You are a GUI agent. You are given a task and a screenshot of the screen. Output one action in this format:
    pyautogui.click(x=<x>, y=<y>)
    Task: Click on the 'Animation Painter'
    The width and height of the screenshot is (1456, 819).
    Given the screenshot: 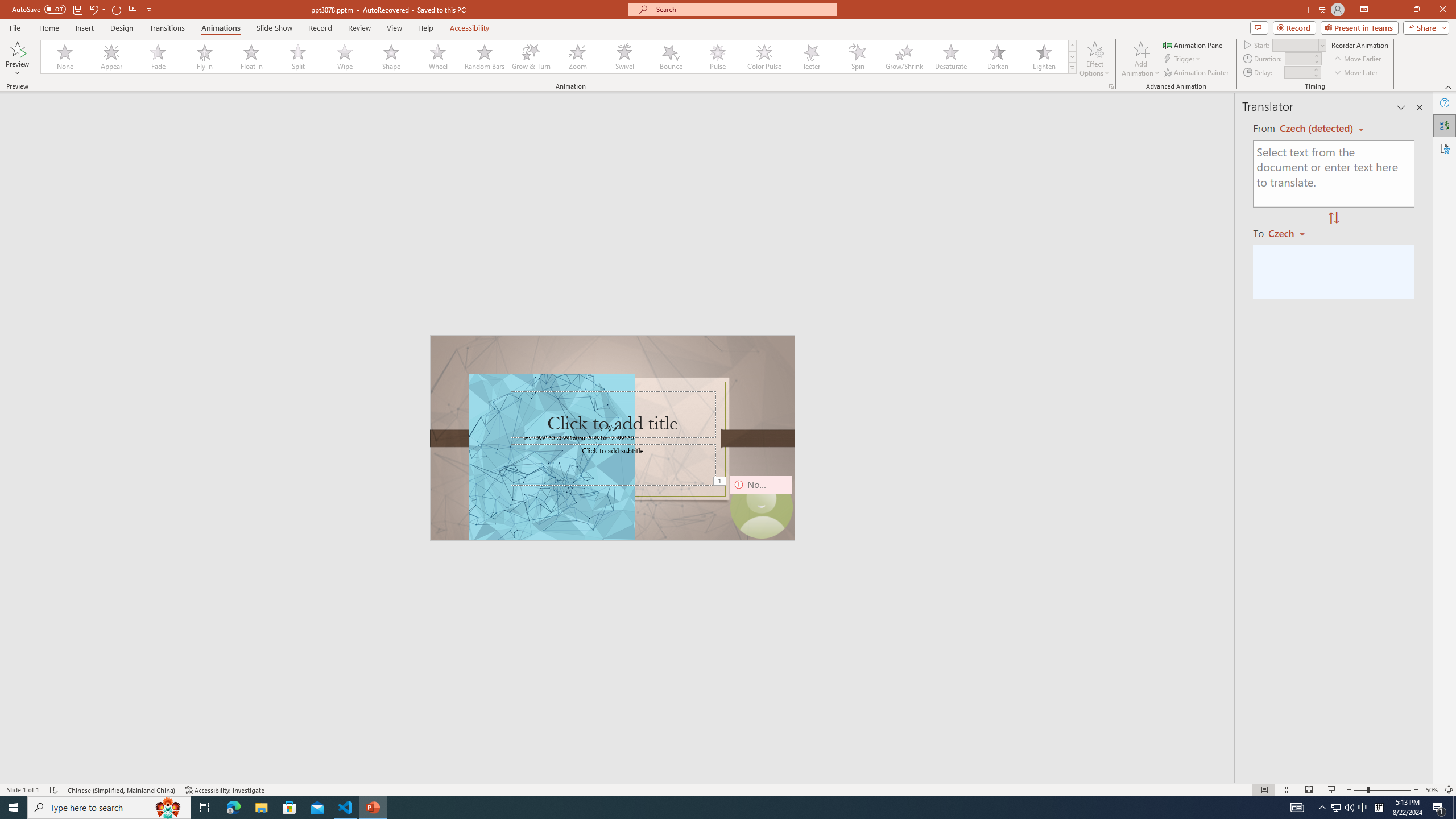 What is the action you would take?
    pyautogui.click(x=1196, y=72)
    